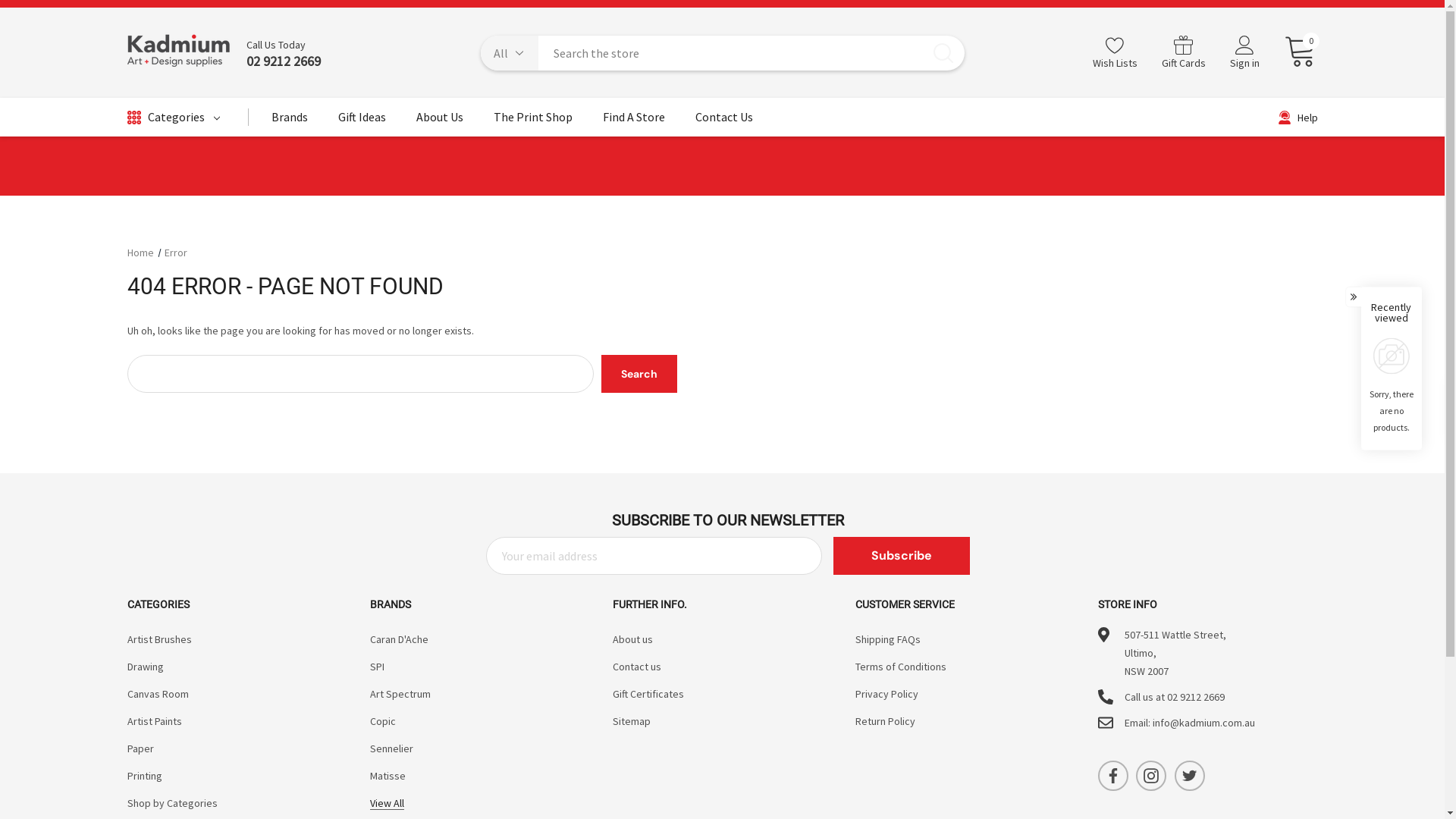 This screenshot has width=1456, height=819. Describe the element at coordinates (648, 693) in the screenshot. I see `'Gift Certificates'` at that location.